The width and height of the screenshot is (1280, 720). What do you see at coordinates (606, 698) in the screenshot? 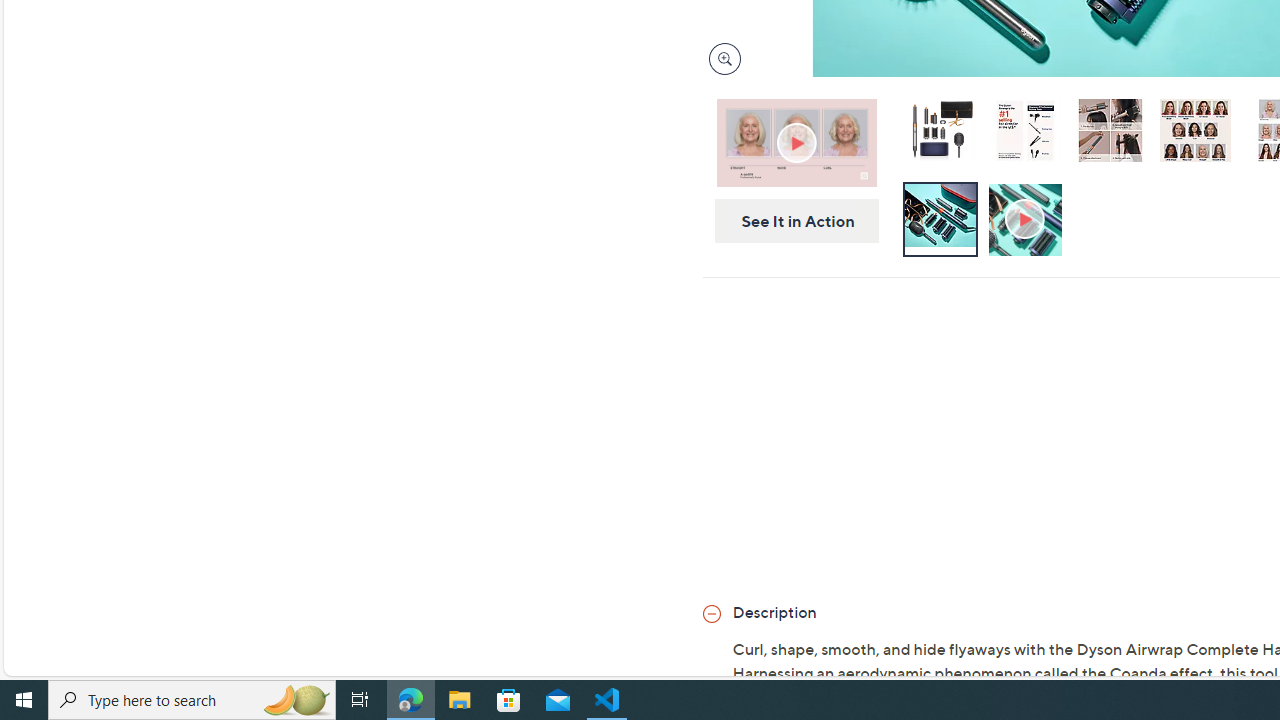
I see `'Visual Studio Code - 1 running window'` at bounding box center [606, 698].